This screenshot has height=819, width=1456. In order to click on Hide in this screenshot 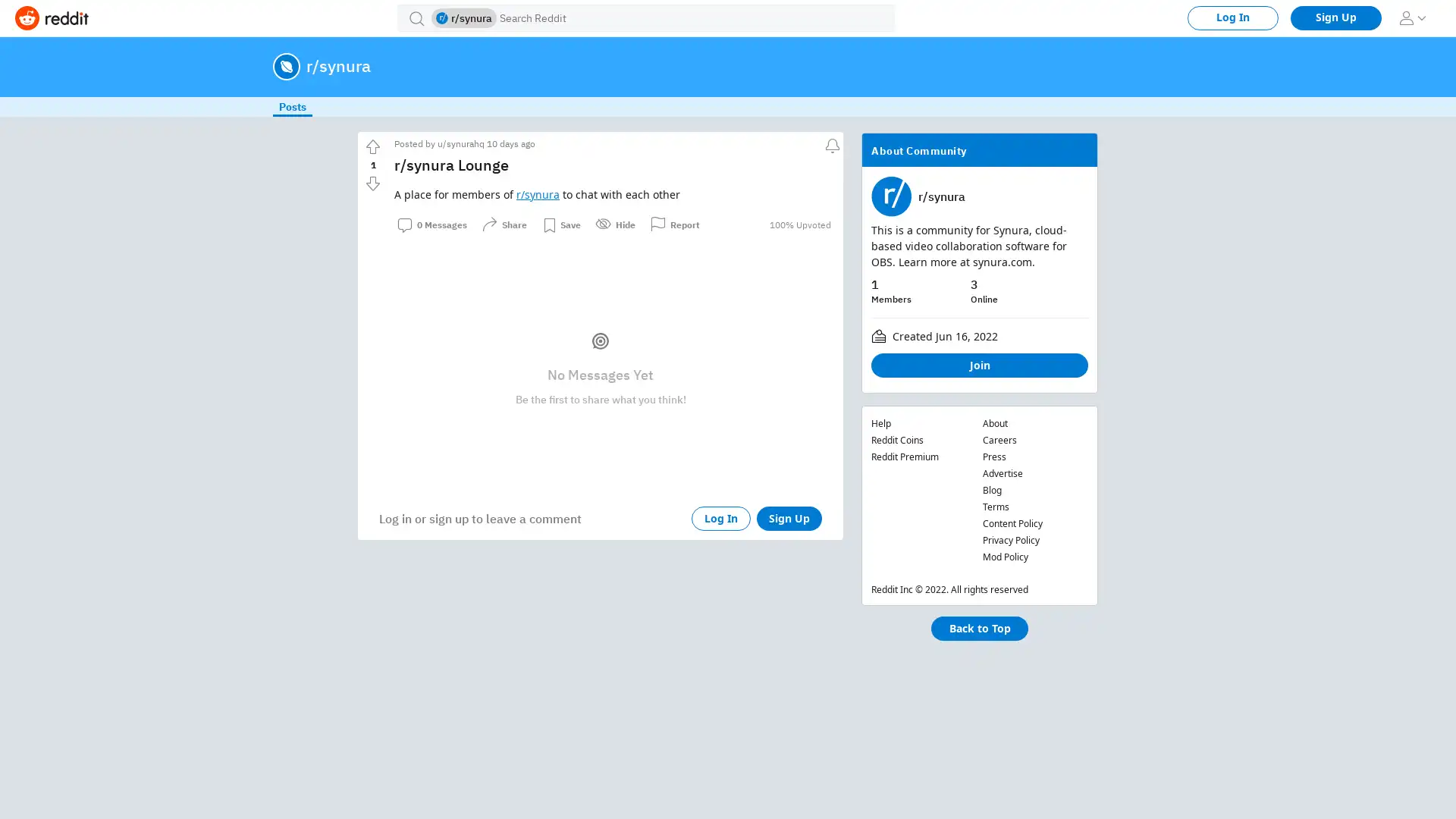, I will do `click(615, 224)`.